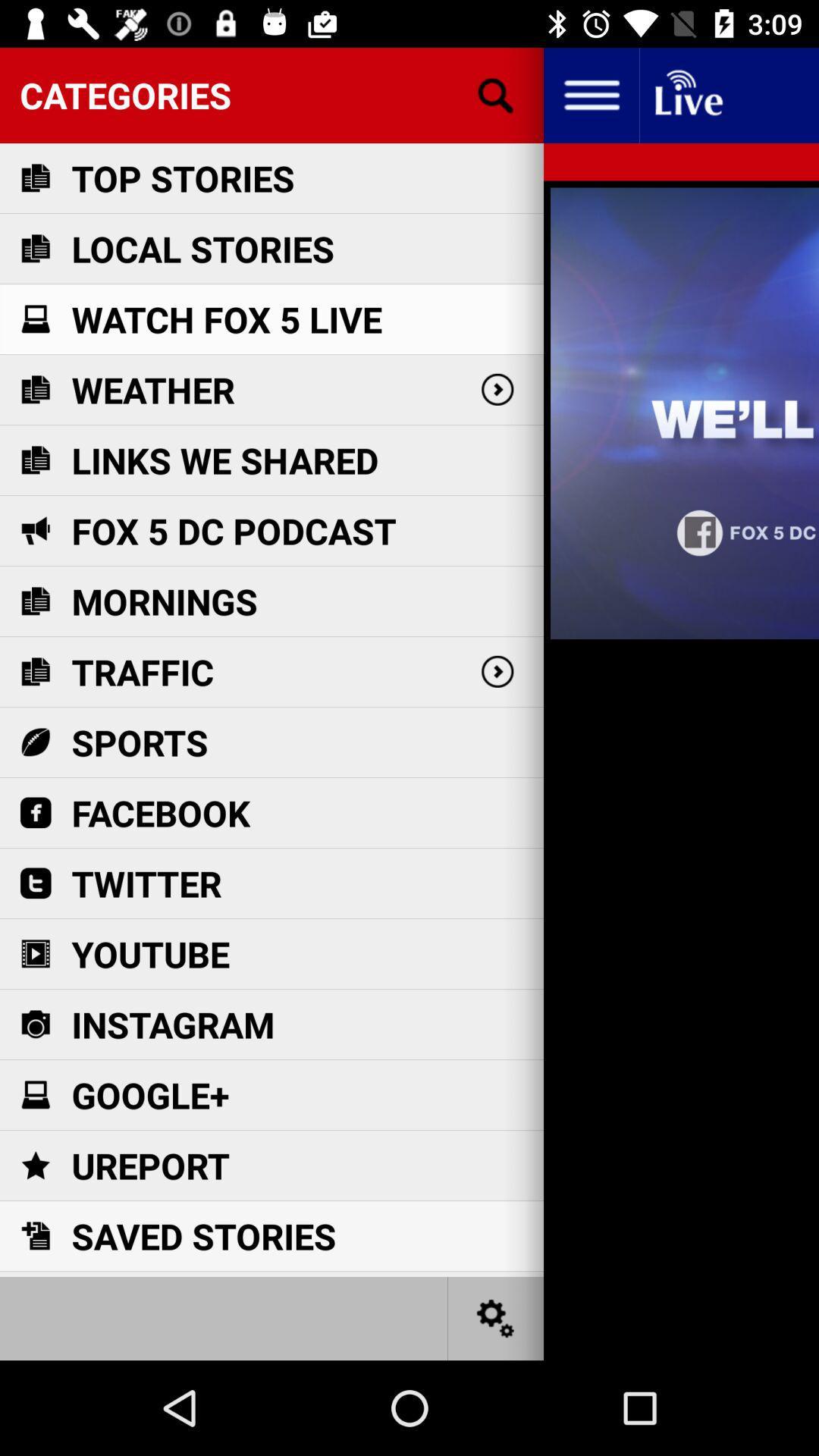 Image resolution: width=819 pixels, height=1456 pixels. Describe the element at coordinates (150, 1095) in the screenshot. I see `item above ureport` at that location.